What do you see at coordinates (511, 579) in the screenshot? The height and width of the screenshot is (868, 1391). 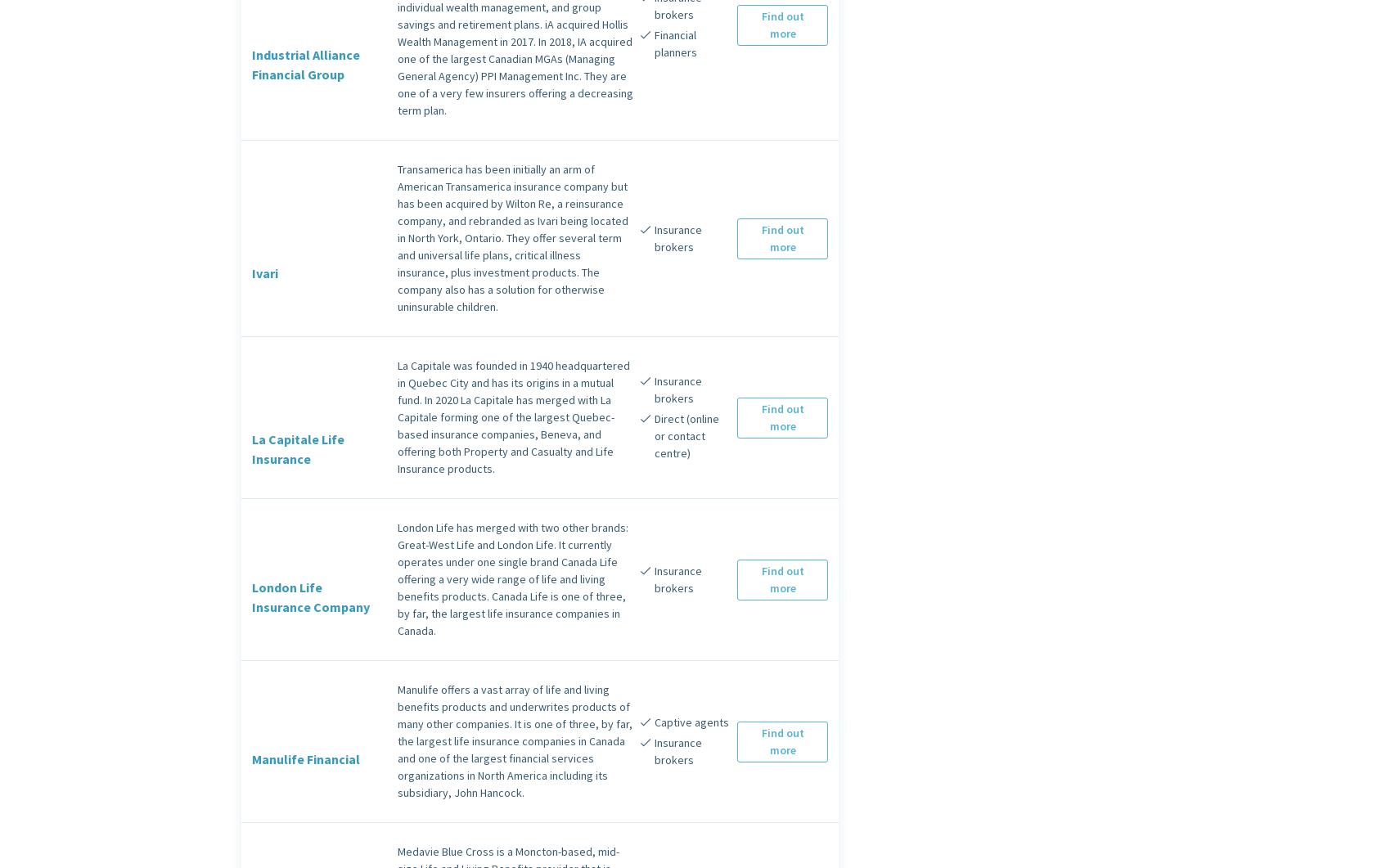 I see `'London Life has merged with two other brands: Great-West Life and London Life. It currently operates under one single brand Canada Life offering a very wide range of life and living benefits products. Canada Life is one of three, by far, the largest life insurance companies in Canada.'` at bounding box center [511, 579].